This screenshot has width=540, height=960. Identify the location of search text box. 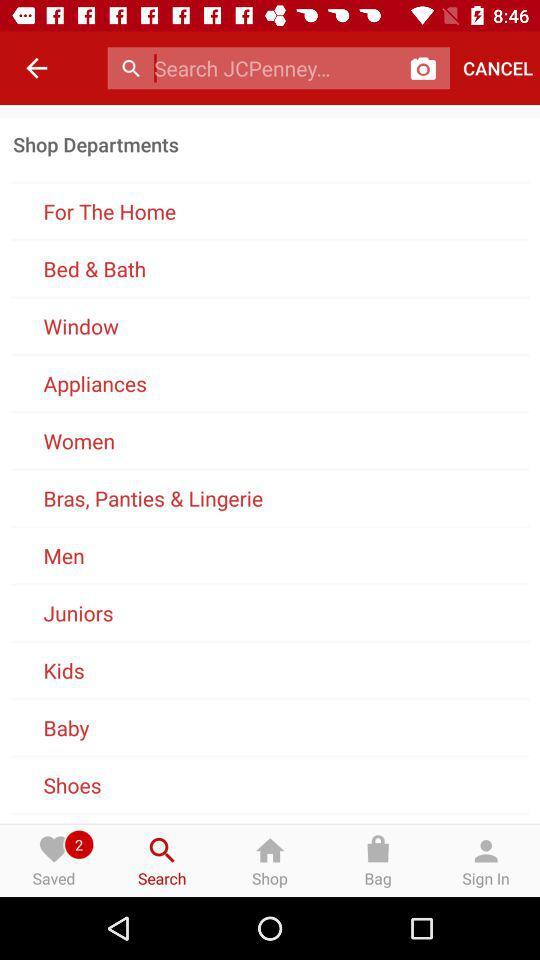
(274, 68).